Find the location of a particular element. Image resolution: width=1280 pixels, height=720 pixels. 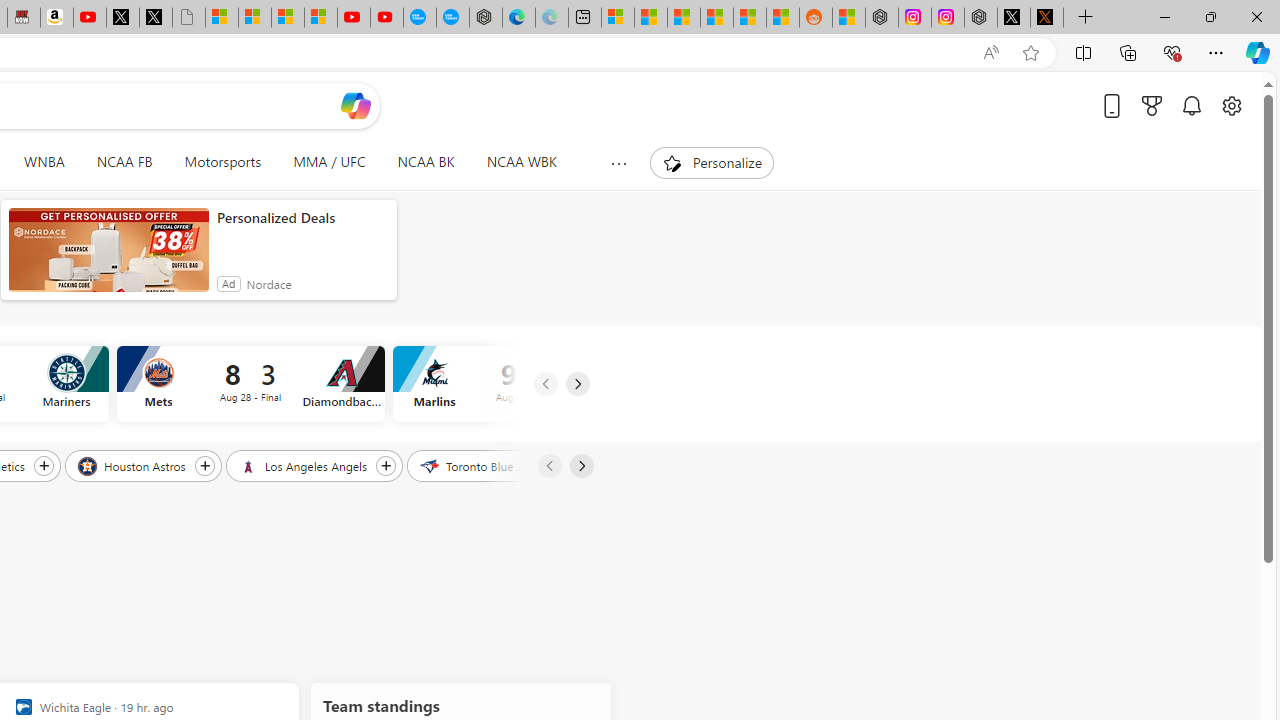

'Next' is located at coordinates (580, 465).